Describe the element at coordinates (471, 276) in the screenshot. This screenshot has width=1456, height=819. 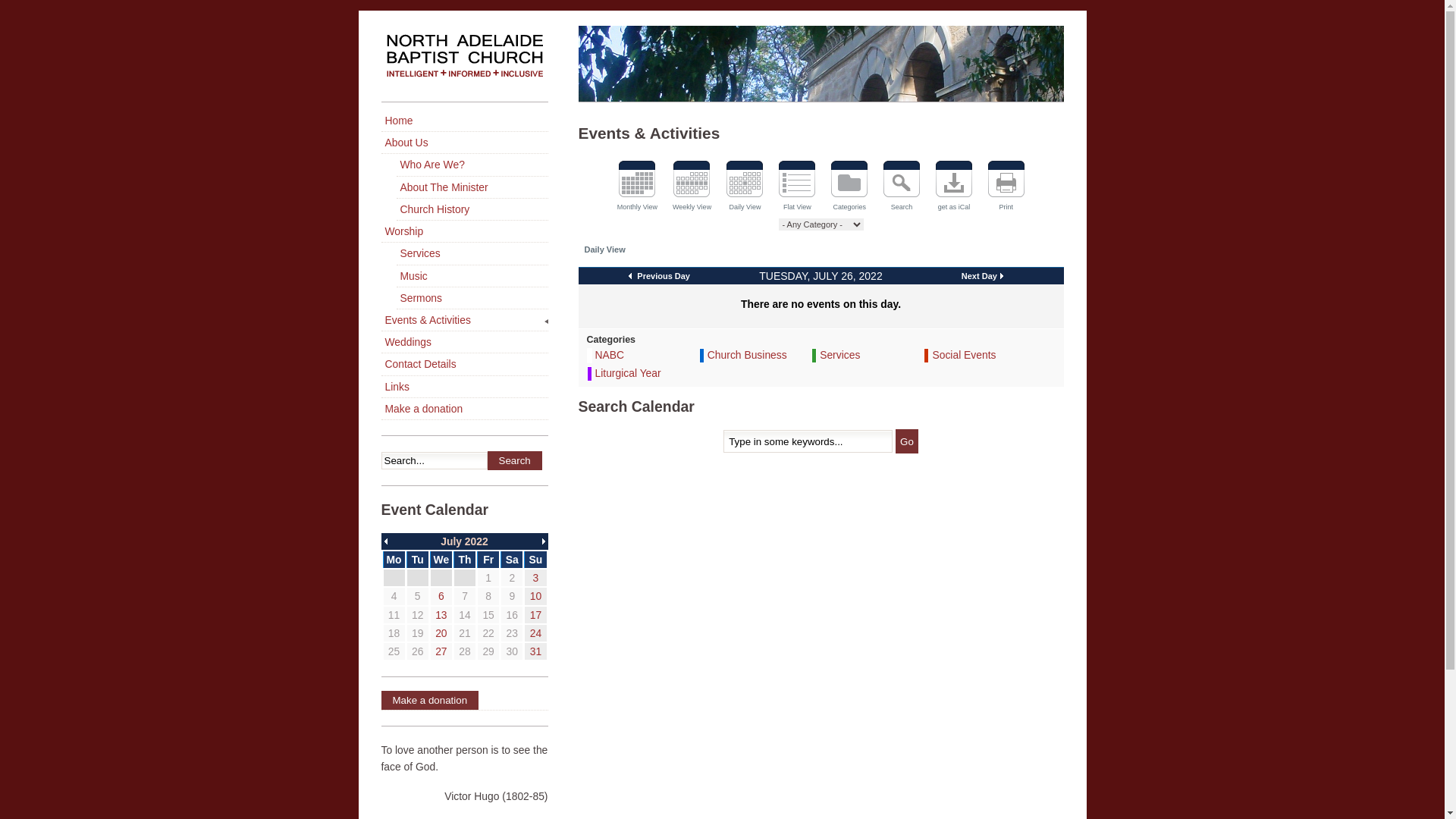
I see `'Music'` at that location.